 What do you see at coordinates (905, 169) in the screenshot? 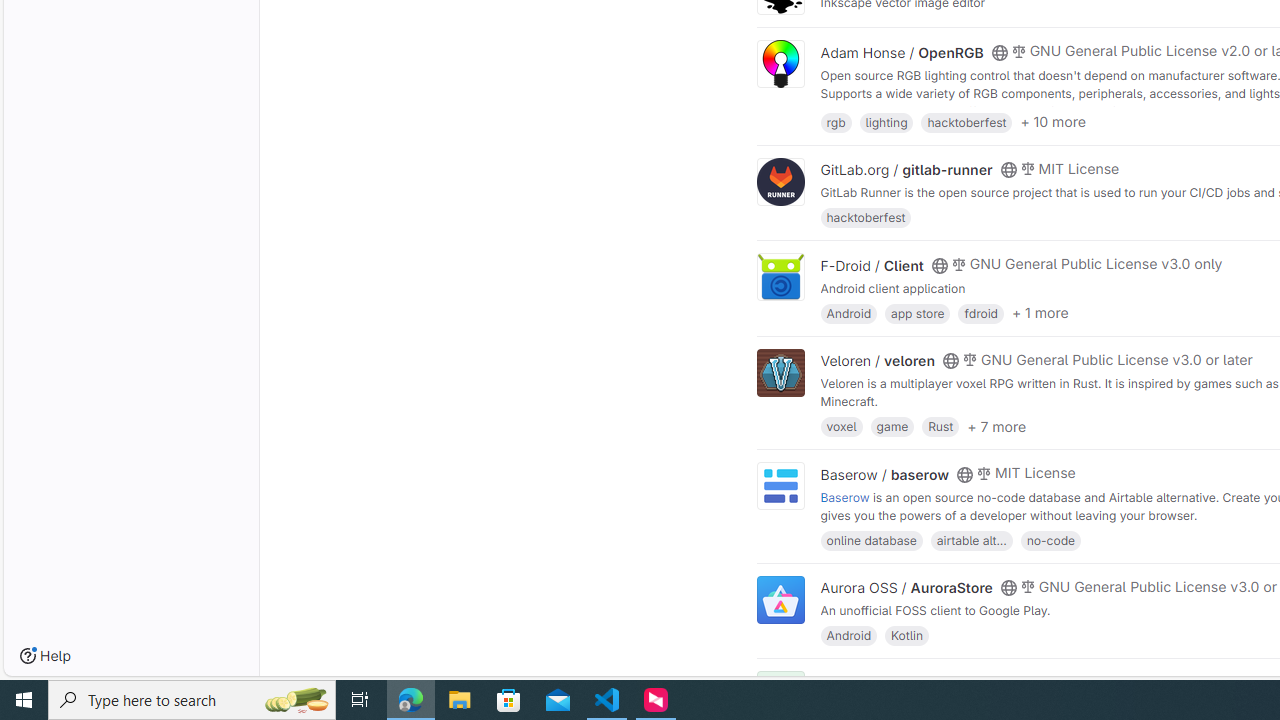
I see `'GitLab.org / gitlab-runner'` at bounding box center [905, 169].